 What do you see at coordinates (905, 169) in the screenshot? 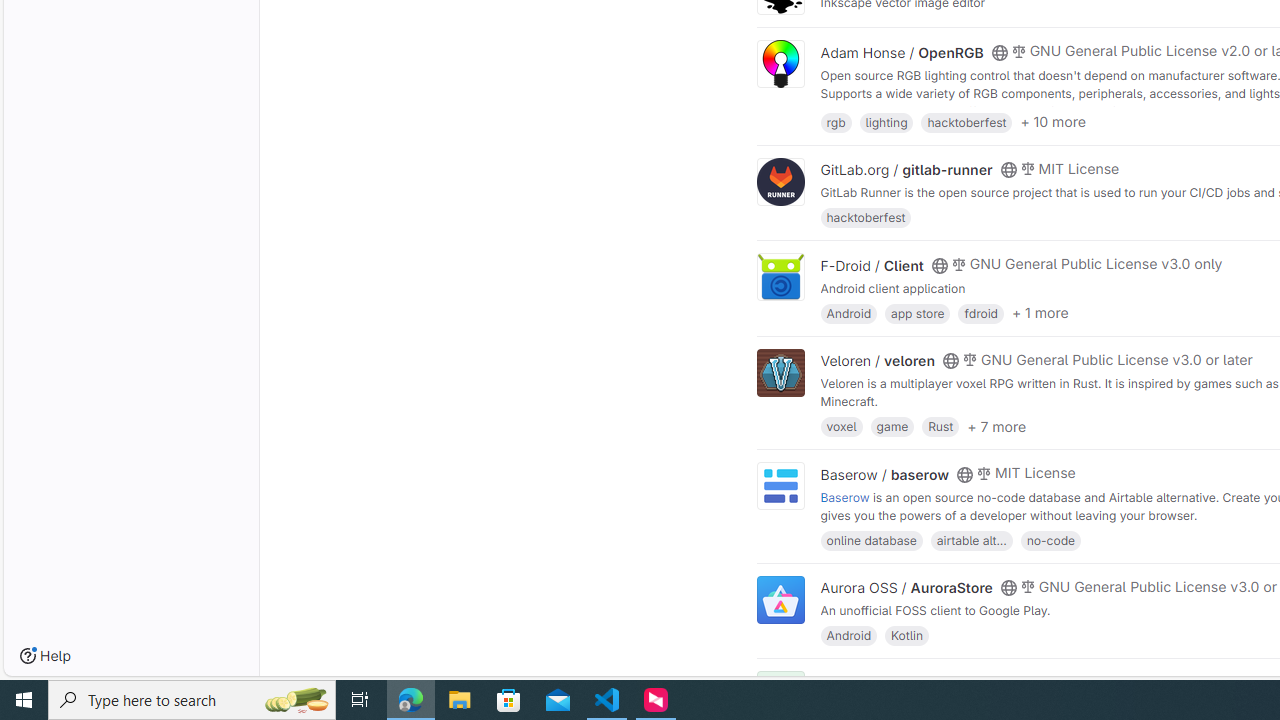
I see `'GitLab.org / gitlab-runner'` at bounding box center [905, 169].